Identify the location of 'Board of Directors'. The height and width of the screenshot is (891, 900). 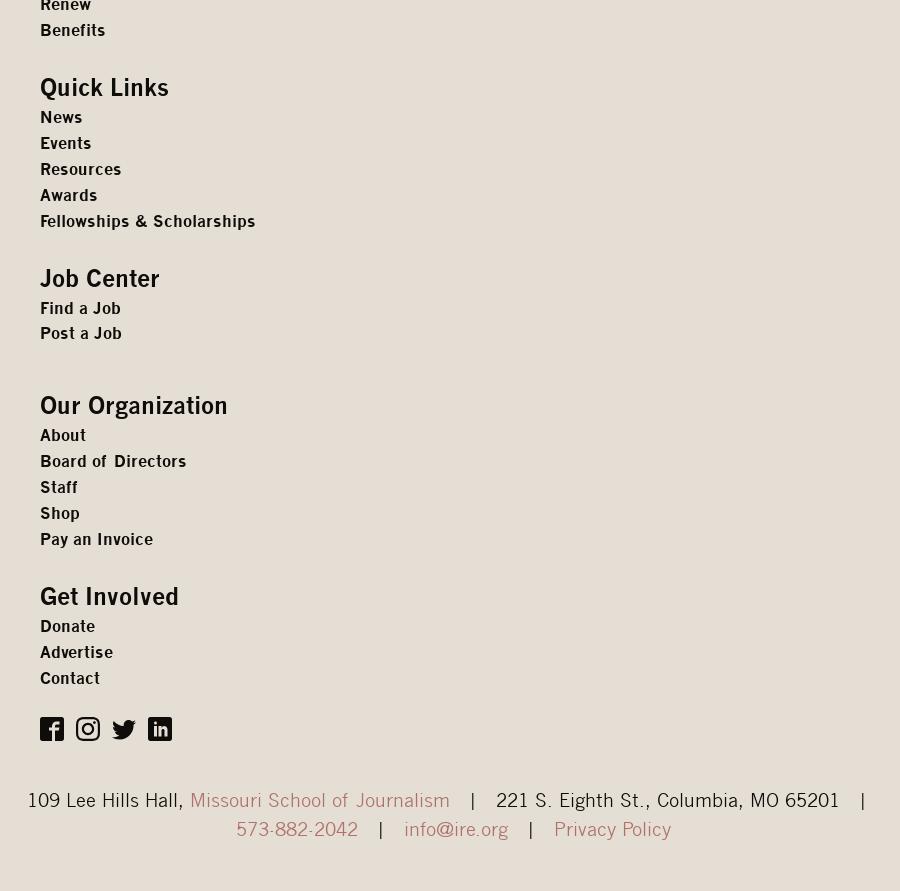
(113, 460).